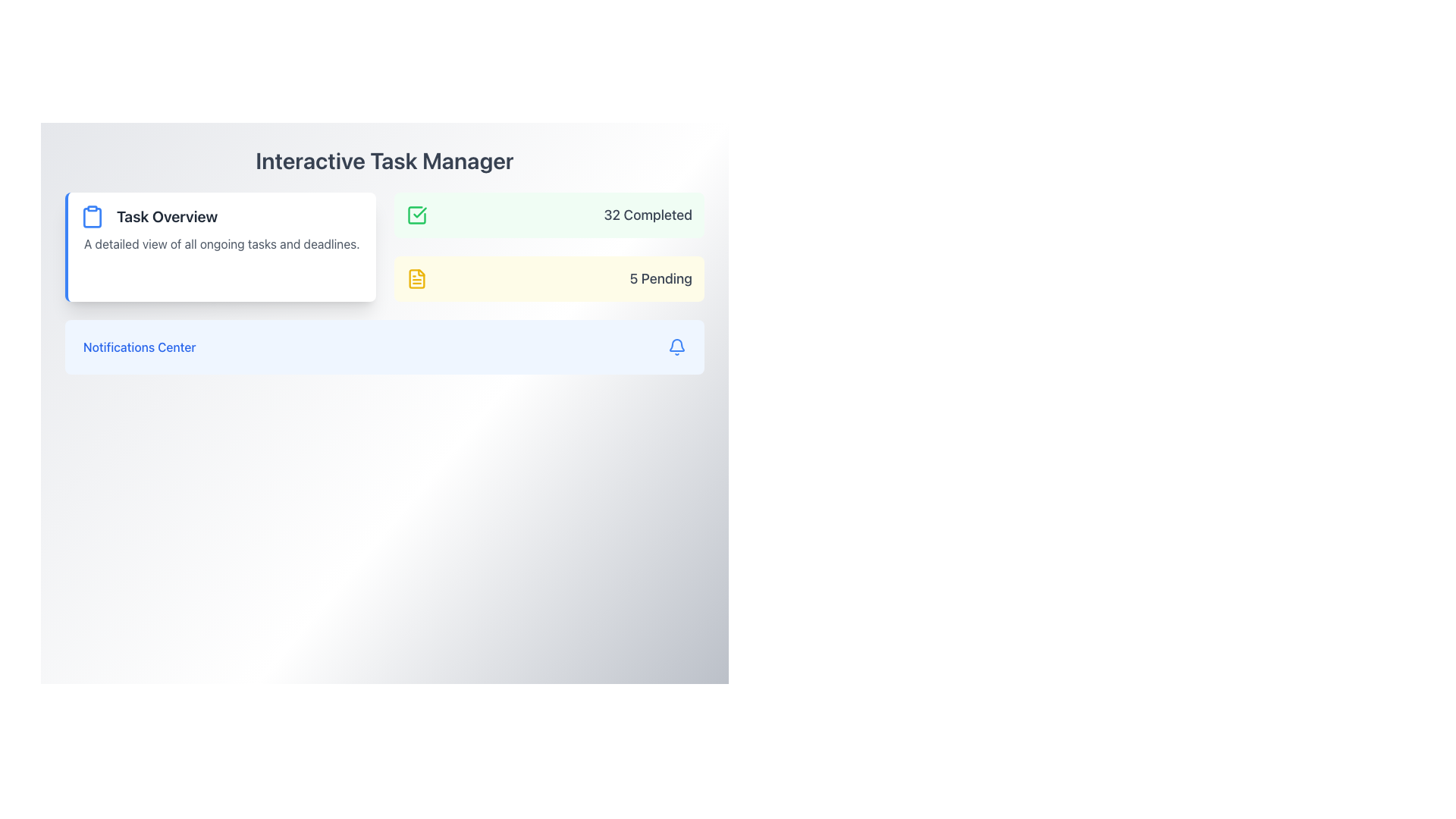 The image size is (1456, 819). I want to click on the Text Label in the 'Task Overview' component that provides additional information regarding associated tasks and deadlines, so click(221, 243).